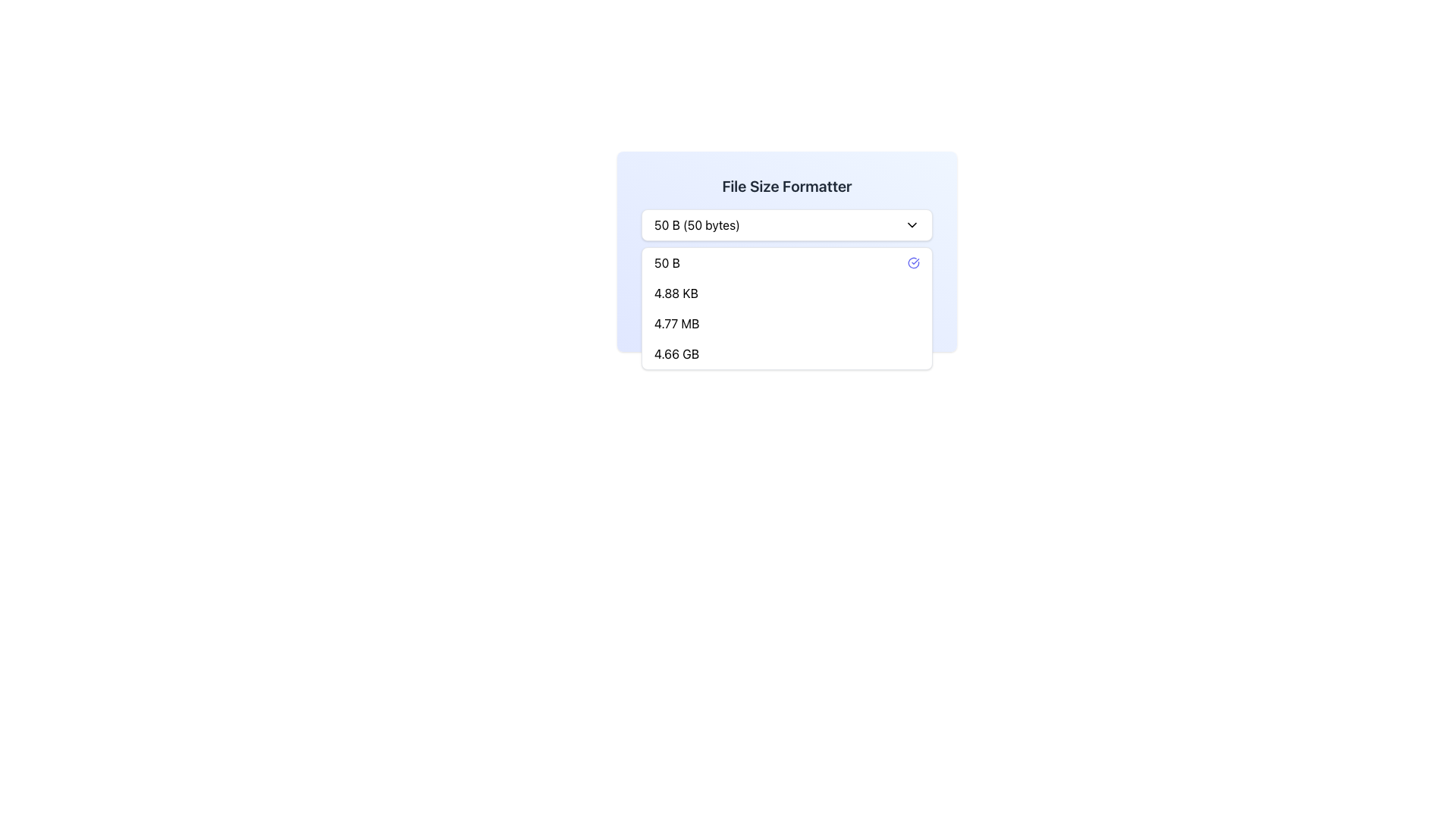  Describe the element at coordinates (786, 186) in the screenshot. I see `the text label that displays 'File Size Formatter', which is styled in bold, dark gray font and serves as a section header in a gradient background` at that location.